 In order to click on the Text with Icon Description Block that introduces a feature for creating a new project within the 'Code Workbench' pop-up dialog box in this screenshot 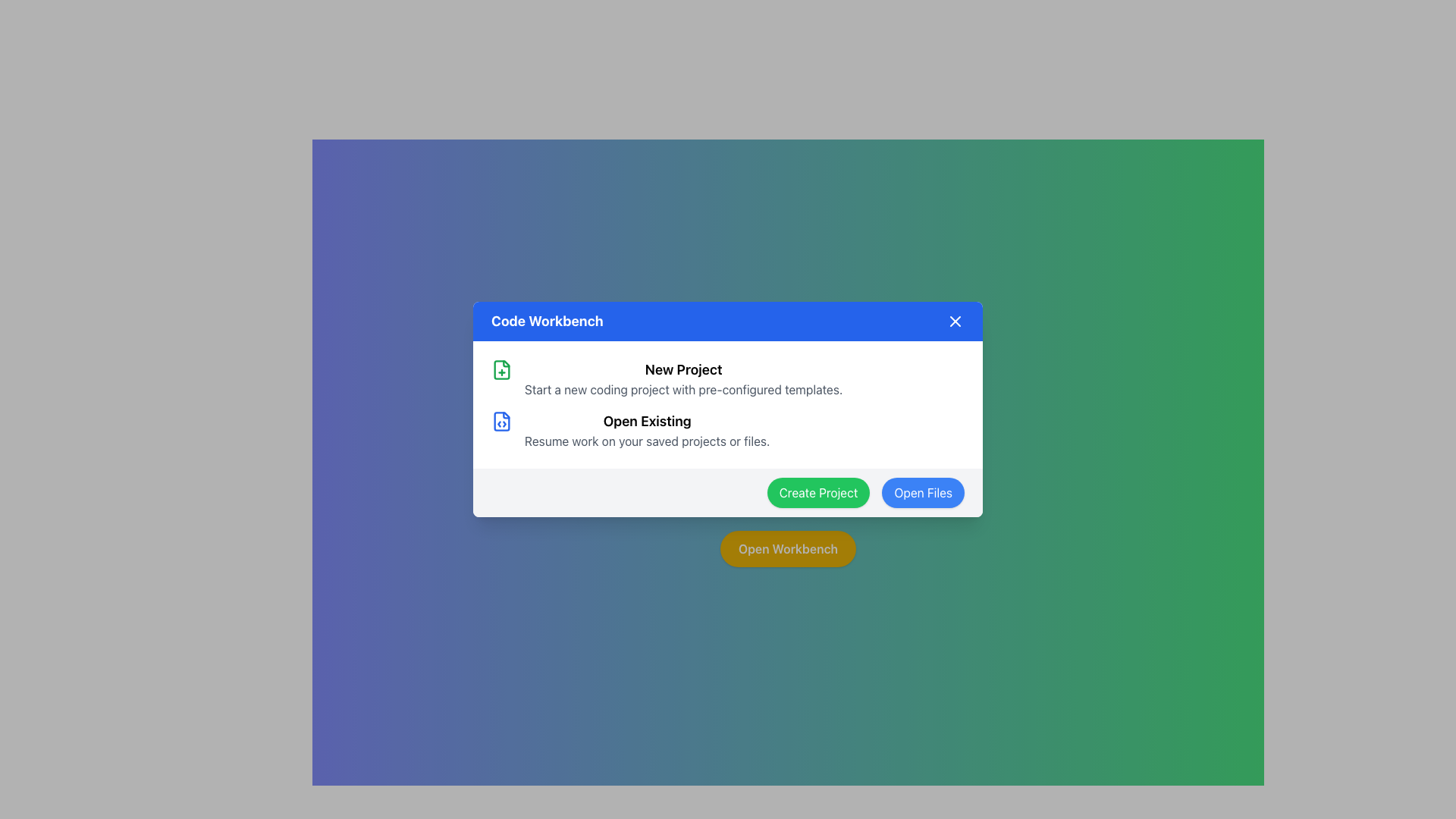, I will do `click(728, 378)`.